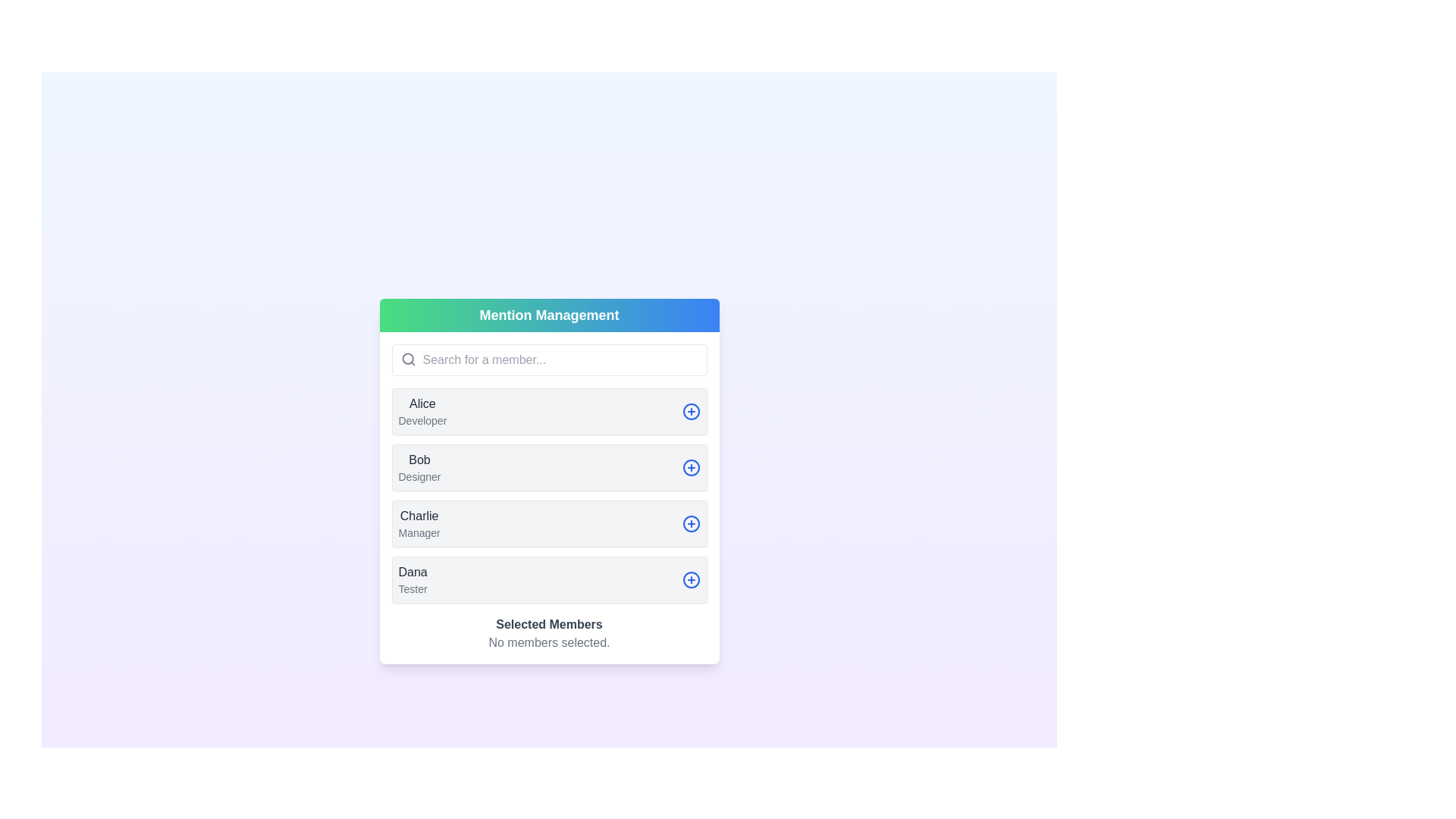 The width and height of the screenshot is (1456, 819). Describe the element at coordinates (548, 496) in the screenshot. I see `the user cards displayed in a vertically stacked arrangement, which includes names and roles` at that location.